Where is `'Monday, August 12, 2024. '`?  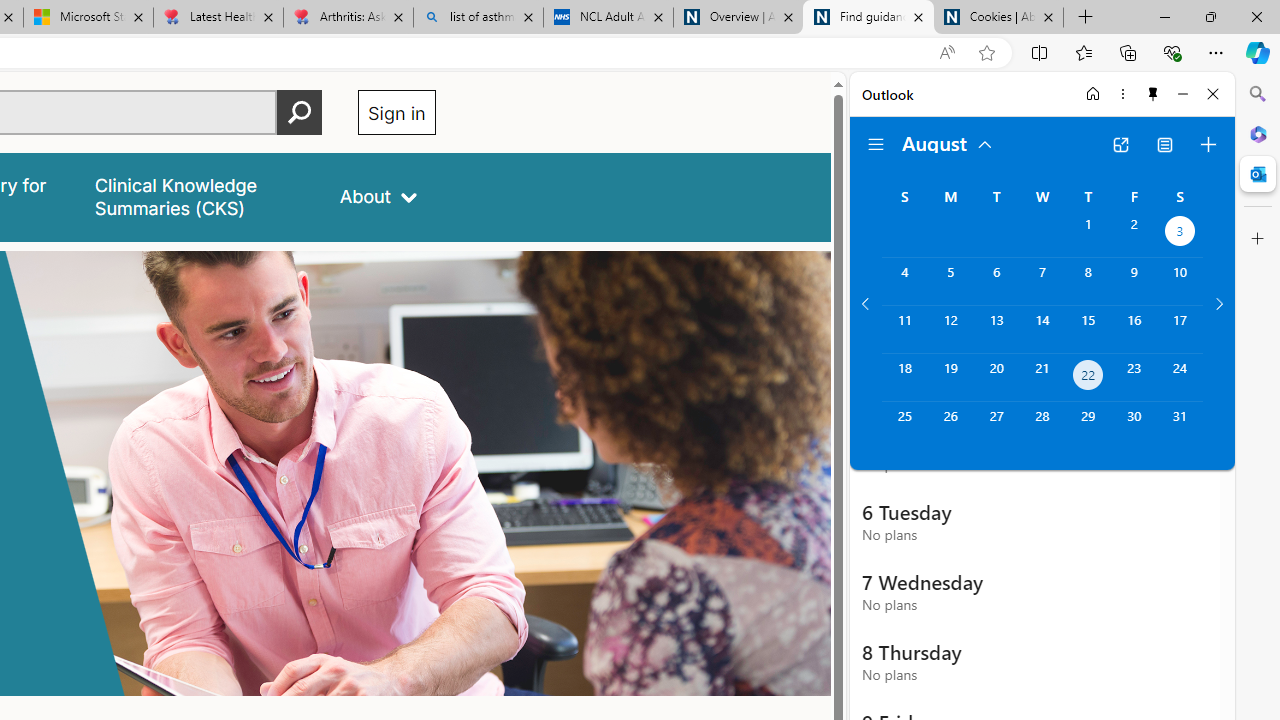
'Monday, August 12, 2024. ' is located at coordinates (949, 328).